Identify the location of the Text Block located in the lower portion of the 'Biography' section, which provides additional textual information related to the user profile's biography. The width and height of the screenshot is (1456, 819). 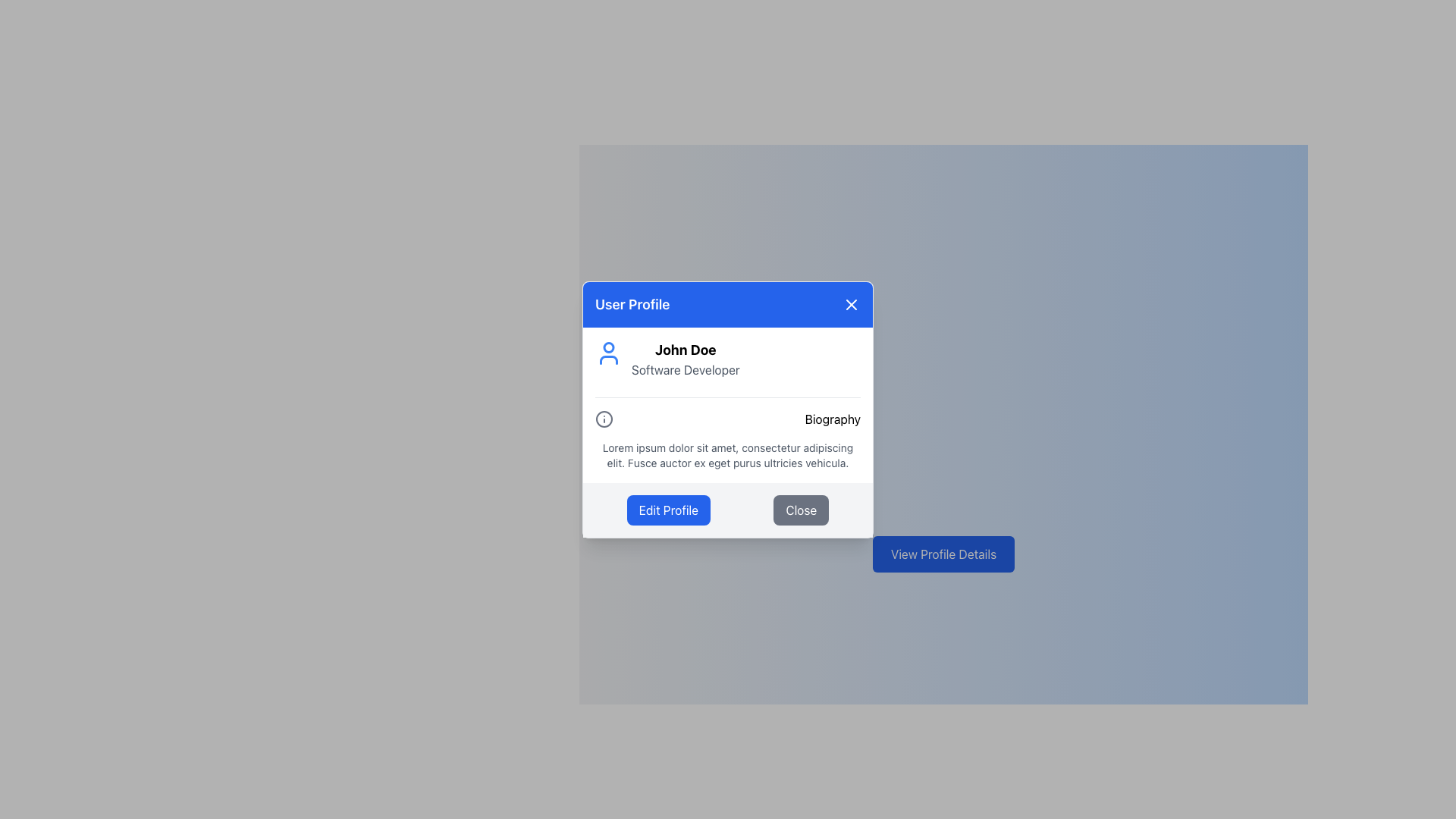
(728, 454).